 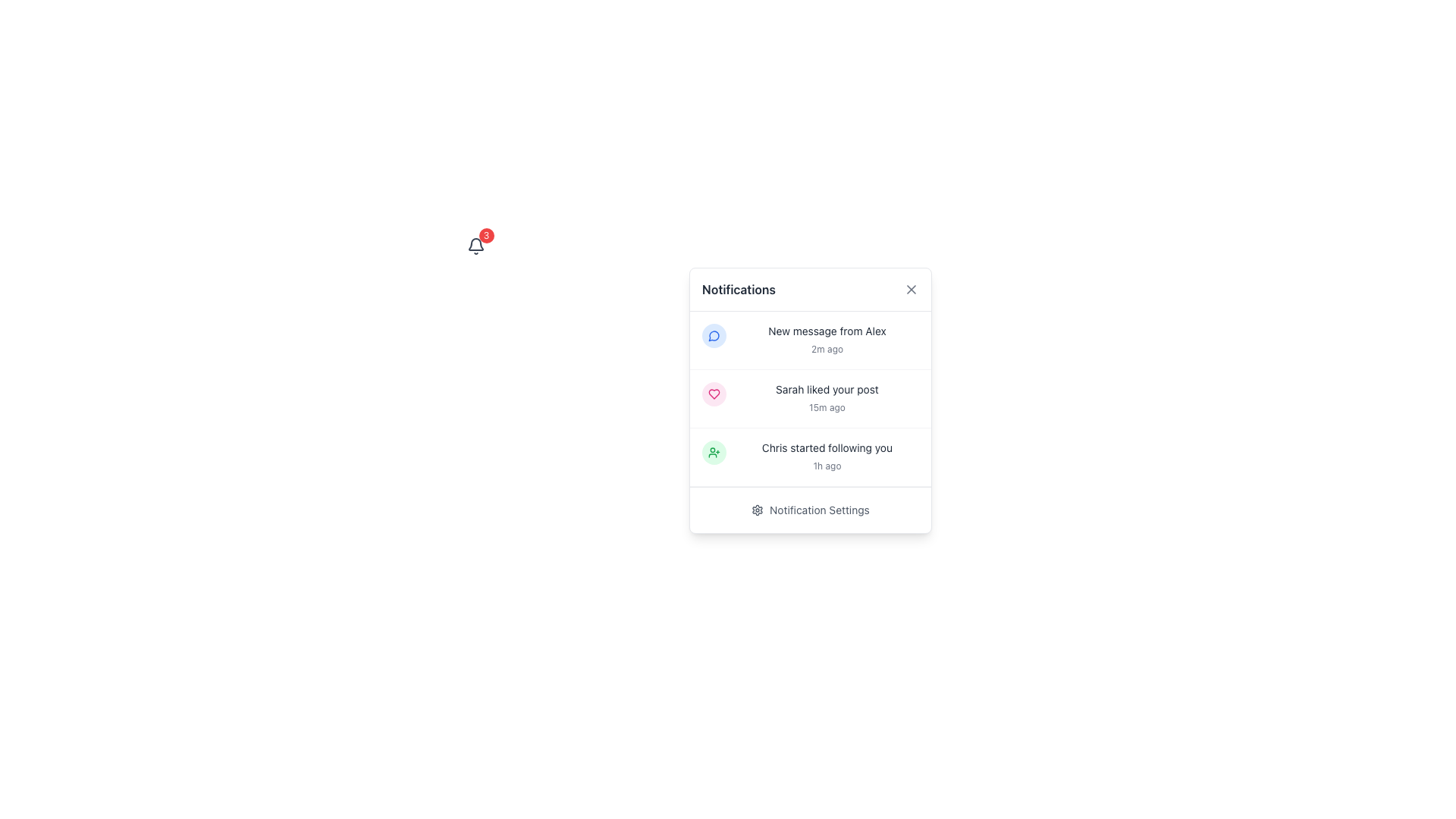 What do you see at coordinates (713, 394) in the screenshot?
I see `the small pink heart-shaped icon with a hollow center, styled with a thin stroke, located within a circular pink background in the top right quadrant of the interface` at bounding box center [713, 394].